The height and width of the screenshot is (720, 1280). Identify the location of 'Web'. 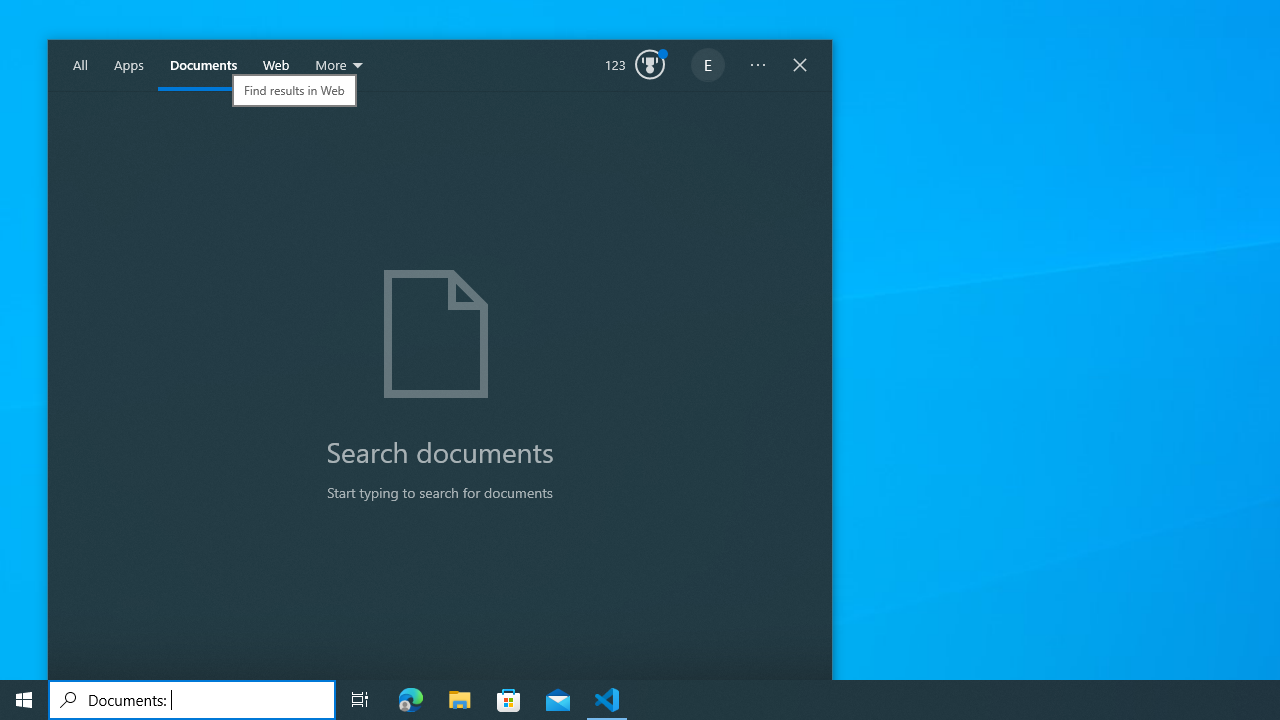
(275, 65).